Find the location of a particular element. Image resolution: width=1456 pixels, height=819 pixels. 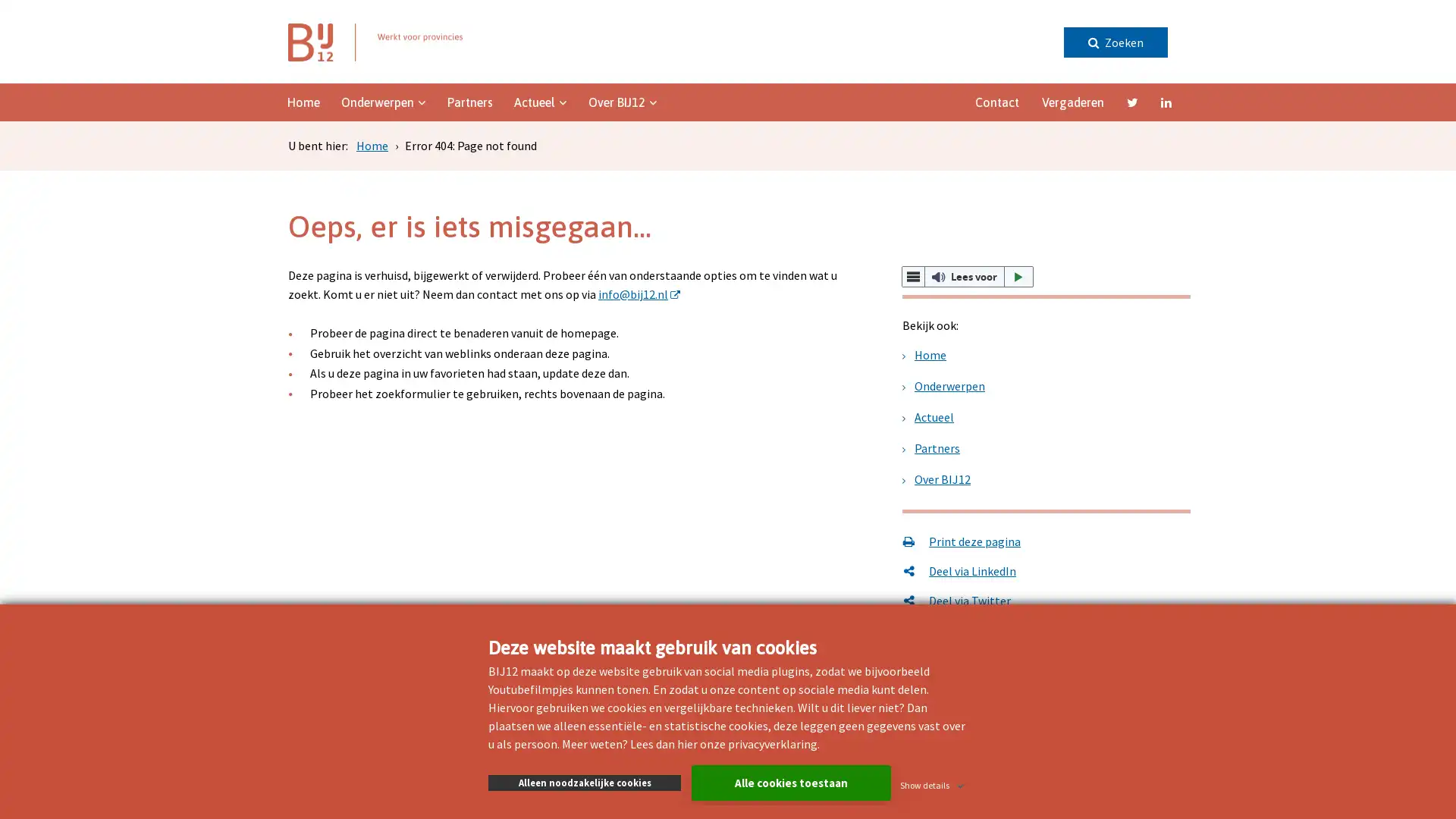

Scroll naar de bovenkant van deze pagina is located at coordinates (1399, 388).